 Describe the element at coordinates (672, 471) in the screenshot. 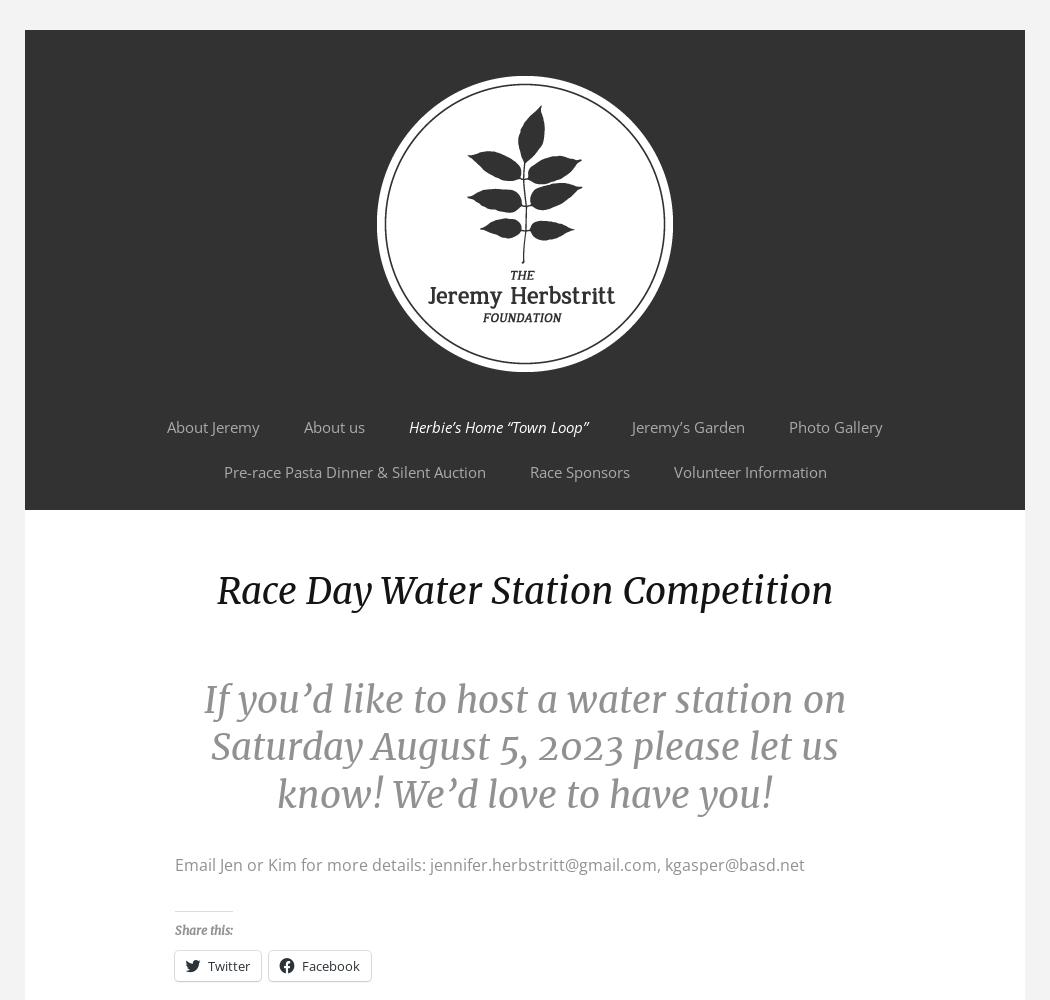

I see `'Volunteer Information'` at that location.